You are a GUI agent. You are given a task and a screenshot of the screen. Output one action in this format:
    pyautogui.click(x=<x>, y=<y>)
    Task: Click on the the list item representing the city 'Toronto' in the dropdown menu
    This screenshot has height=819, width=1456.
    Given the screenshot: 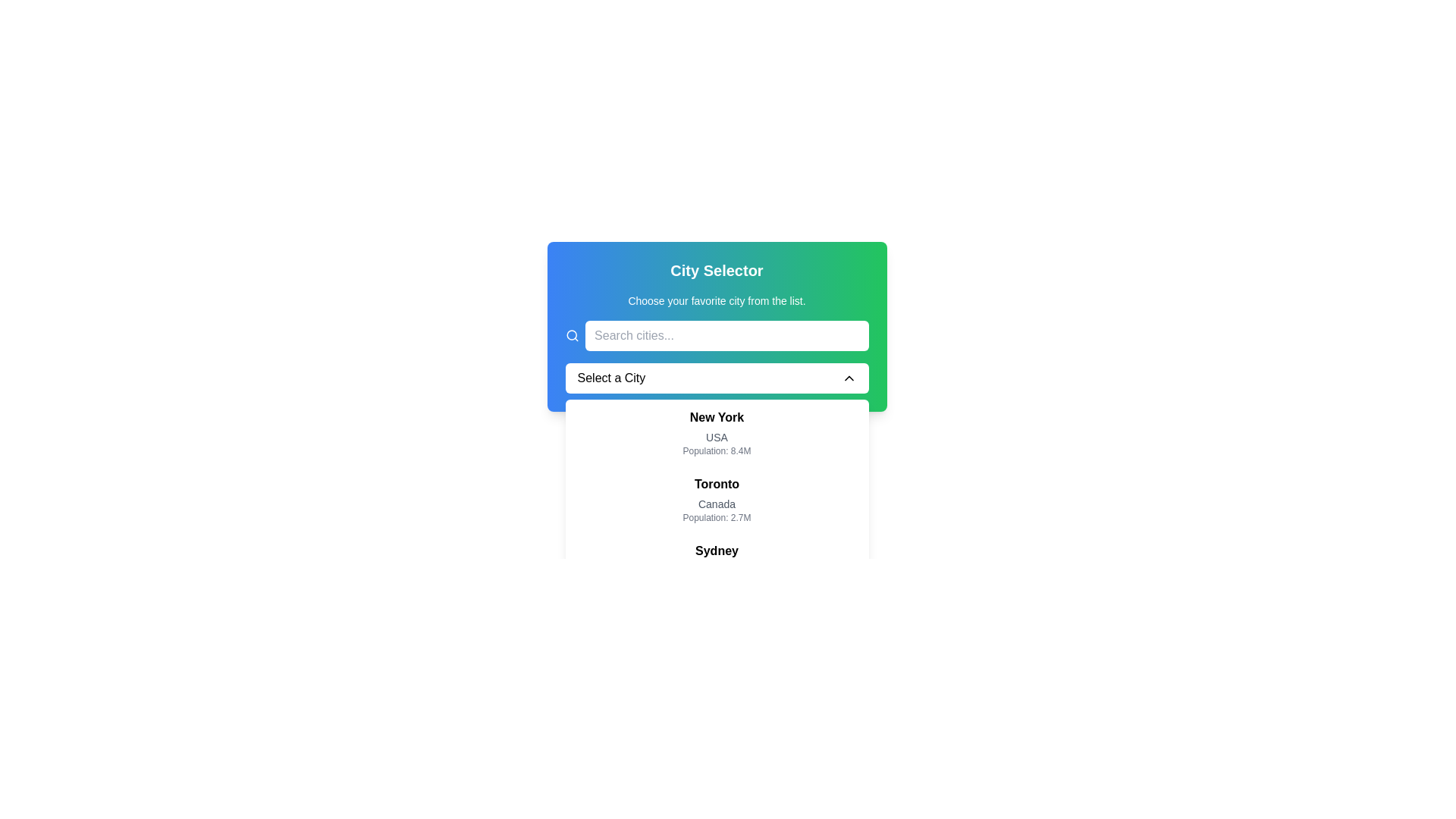 What is the action you would take?
    pyautogui.click(x=716, y=500)
    